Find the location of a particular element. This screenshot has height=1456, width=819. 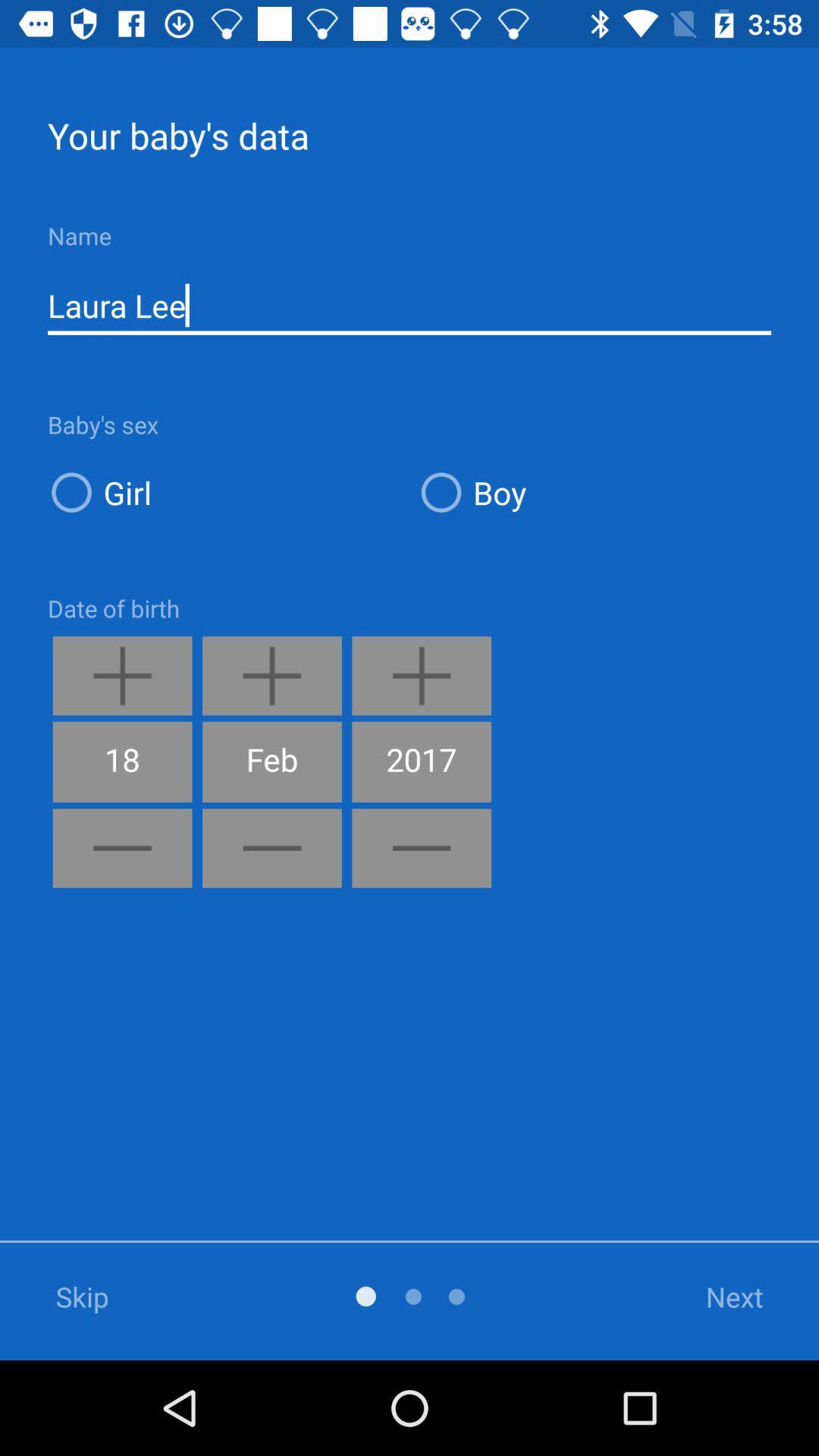

the icon below laura lee icon is located at coordinates (593, 492).